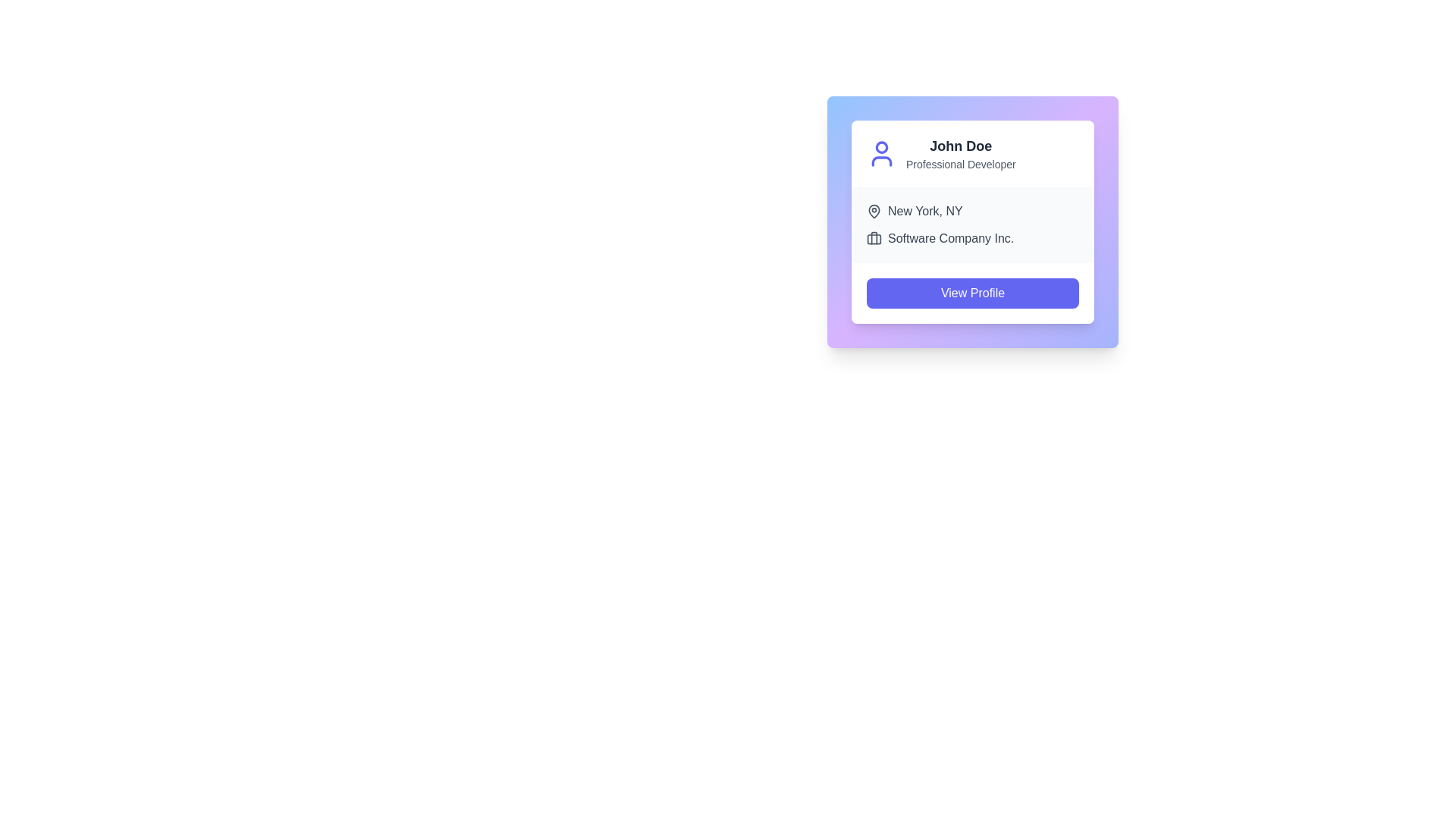  What do you see at coordinates (874, 211) in the screenshot?
I see `the gray map pin icon located to the left of the text 'New York, NY'` at bounding box center [874, 211].